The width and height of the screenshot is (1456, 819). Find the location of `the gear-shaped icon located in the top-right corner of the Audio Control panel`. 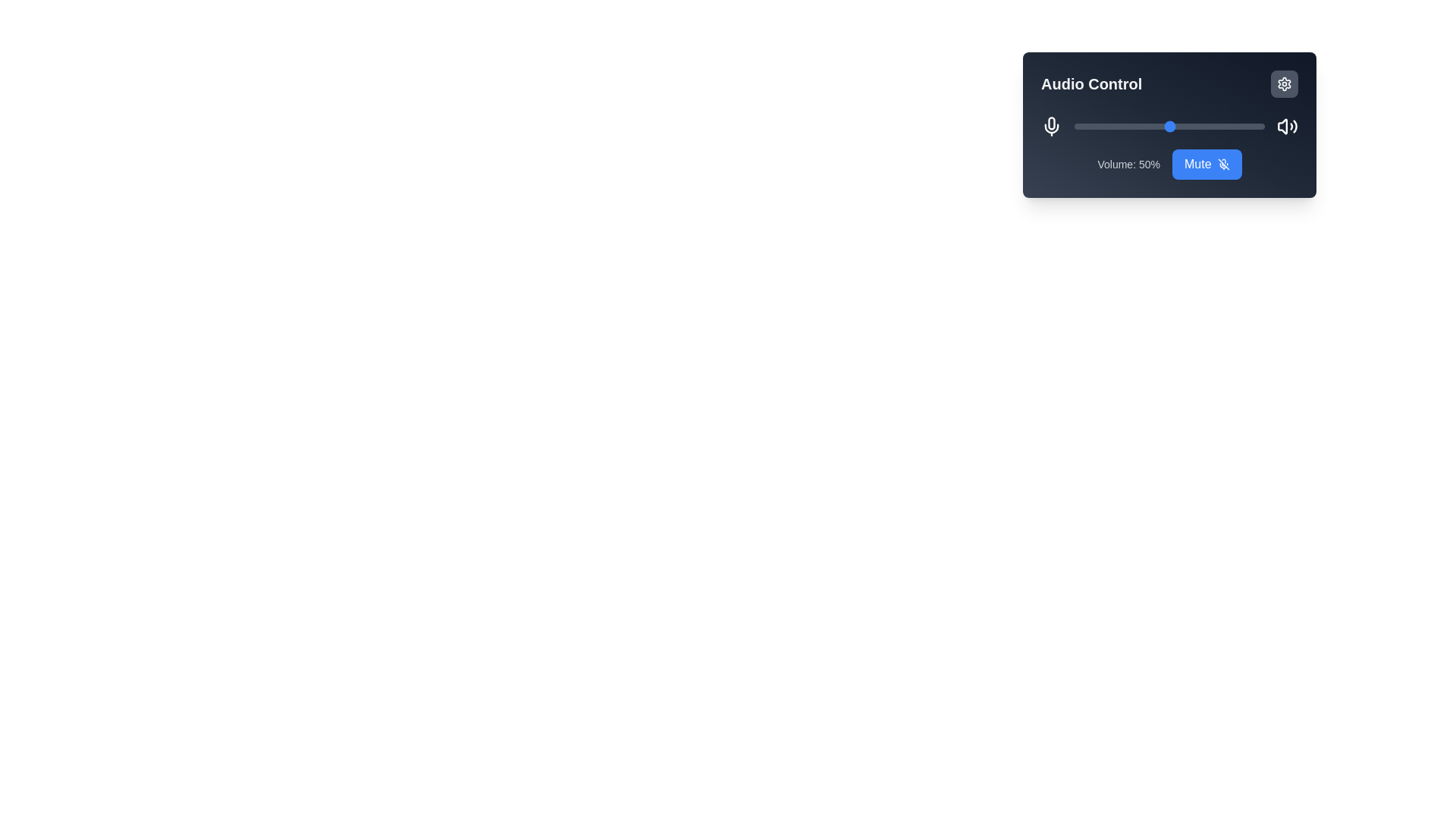

the gear-shaped icon located in the top-right corner of the Audio Control panel is located at coordinates (1284, 84).